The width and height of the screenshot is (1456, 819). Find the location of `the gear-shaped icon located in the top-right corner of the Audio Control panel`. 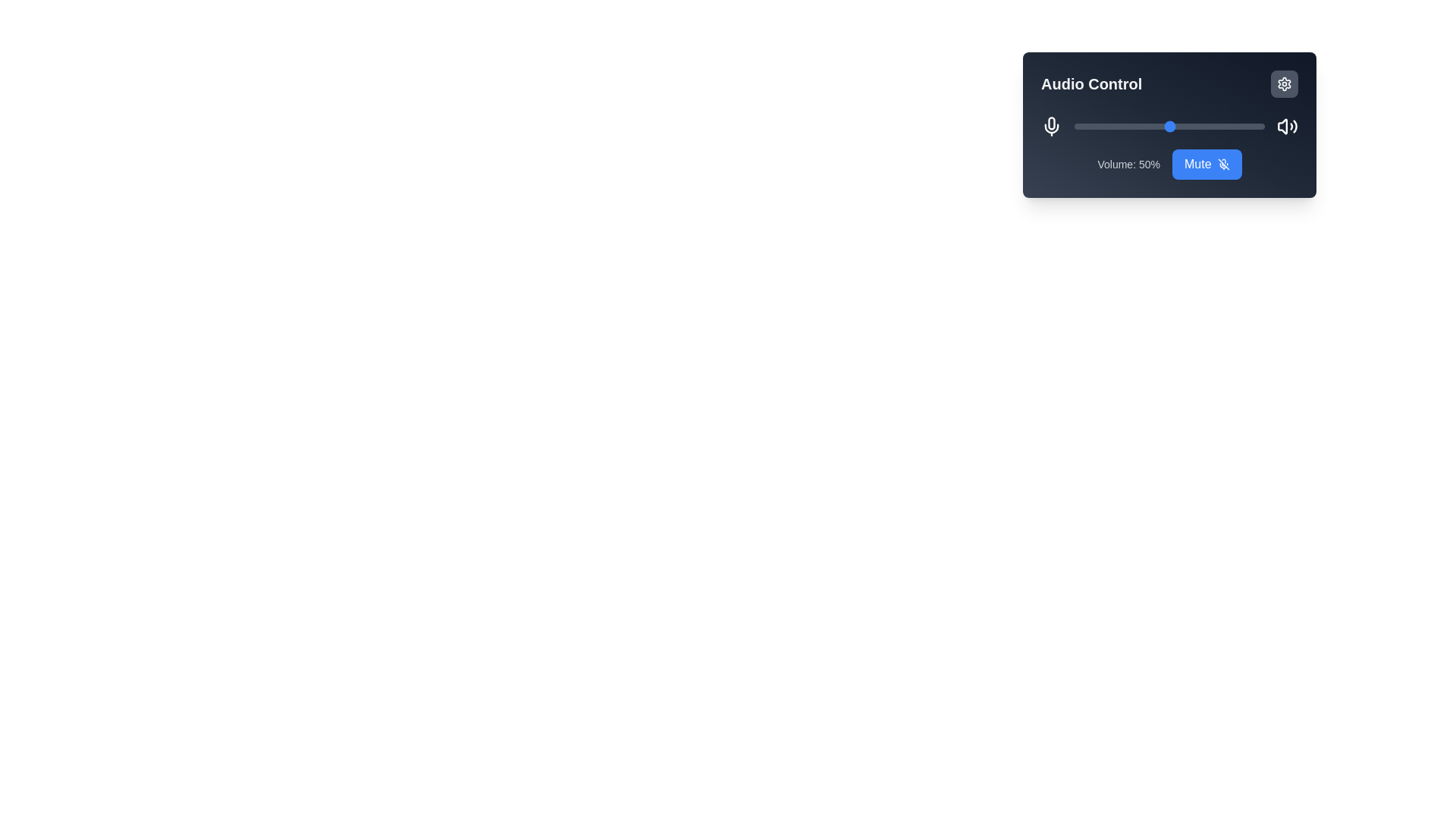

the gear-shaped icon located in the top-right corner of the Audio Control panel is located at coordinates (1284, 84).